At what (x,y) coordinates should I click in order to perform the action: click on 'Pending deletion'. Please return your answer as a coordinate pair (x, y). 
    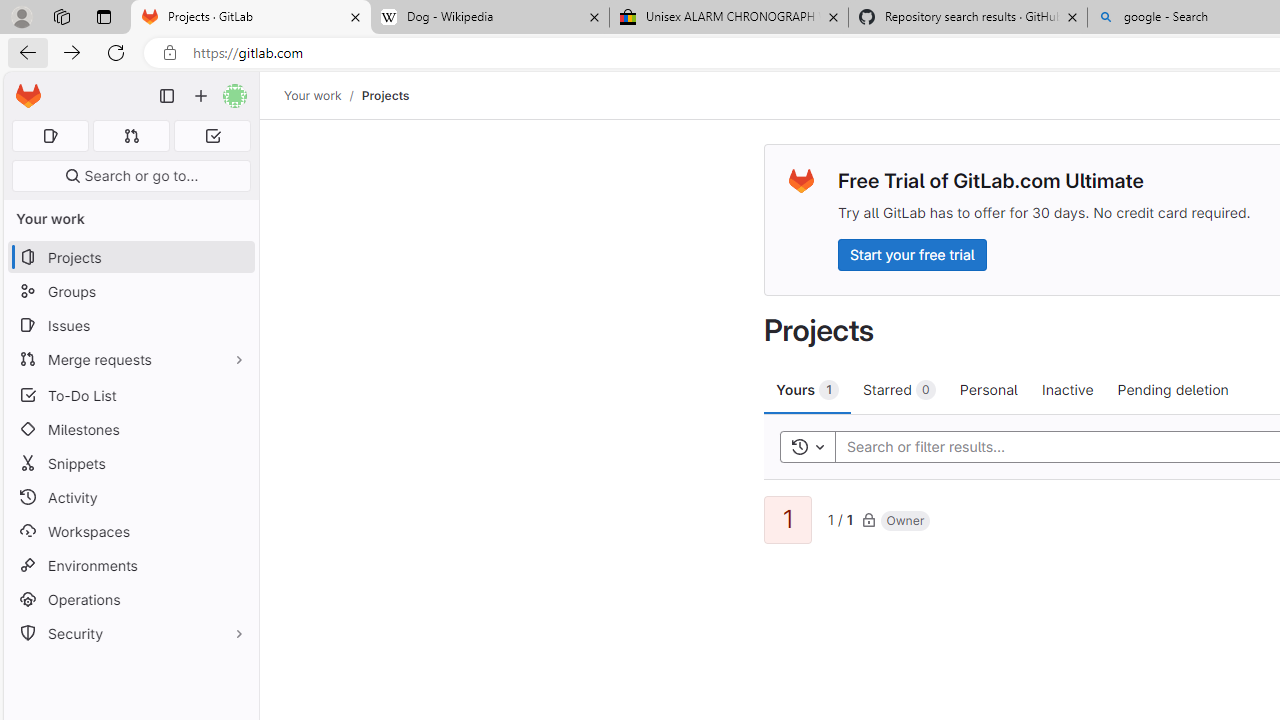
    Looking at the image, I should click on (1173, 389).